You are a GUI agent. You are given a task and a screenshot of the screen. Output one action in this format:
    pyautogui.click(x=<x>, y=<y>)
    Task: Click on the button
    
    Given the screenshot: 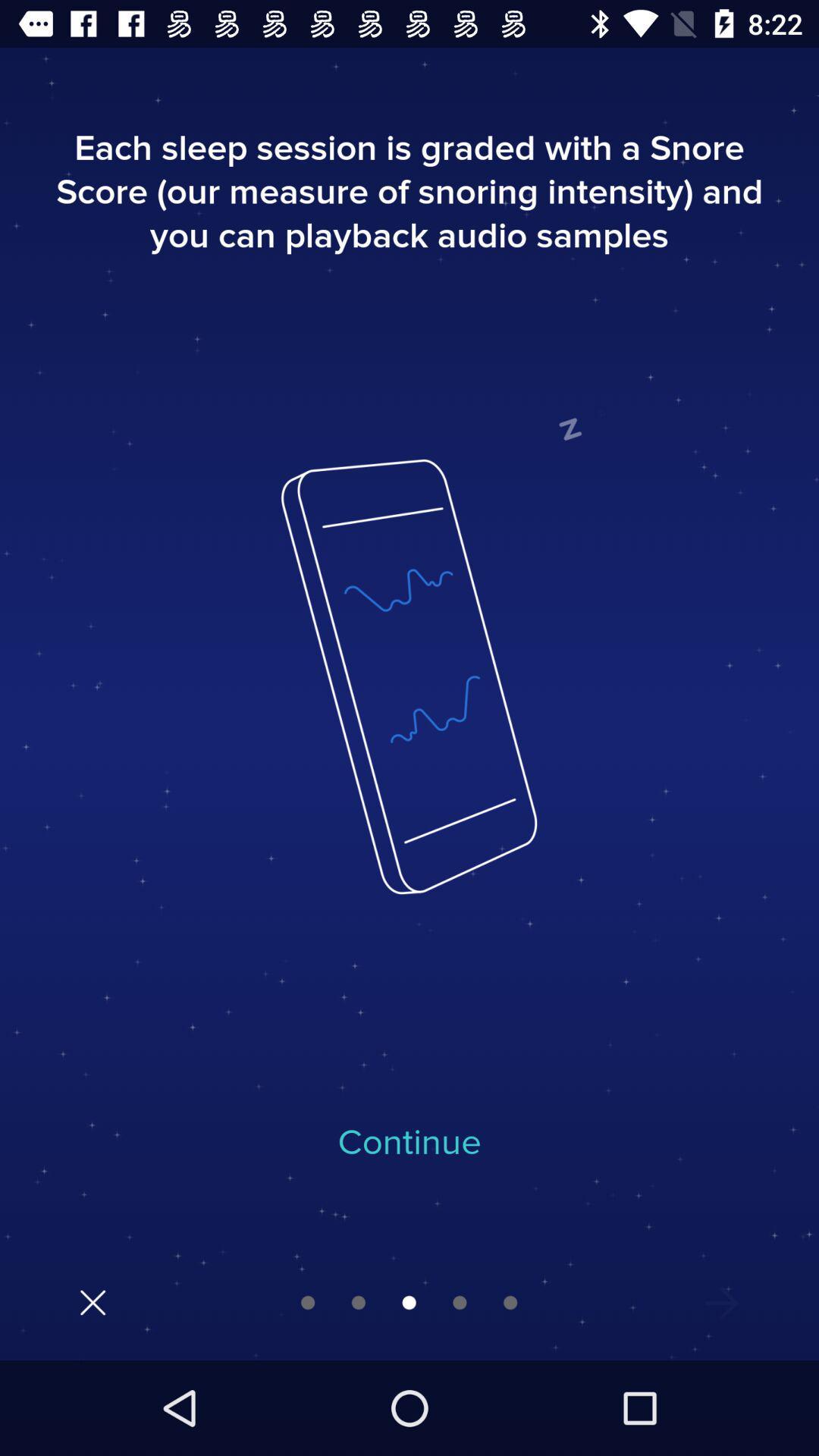 What is the action you would take?
    pyautogui.click(x=93, y=1301)
    